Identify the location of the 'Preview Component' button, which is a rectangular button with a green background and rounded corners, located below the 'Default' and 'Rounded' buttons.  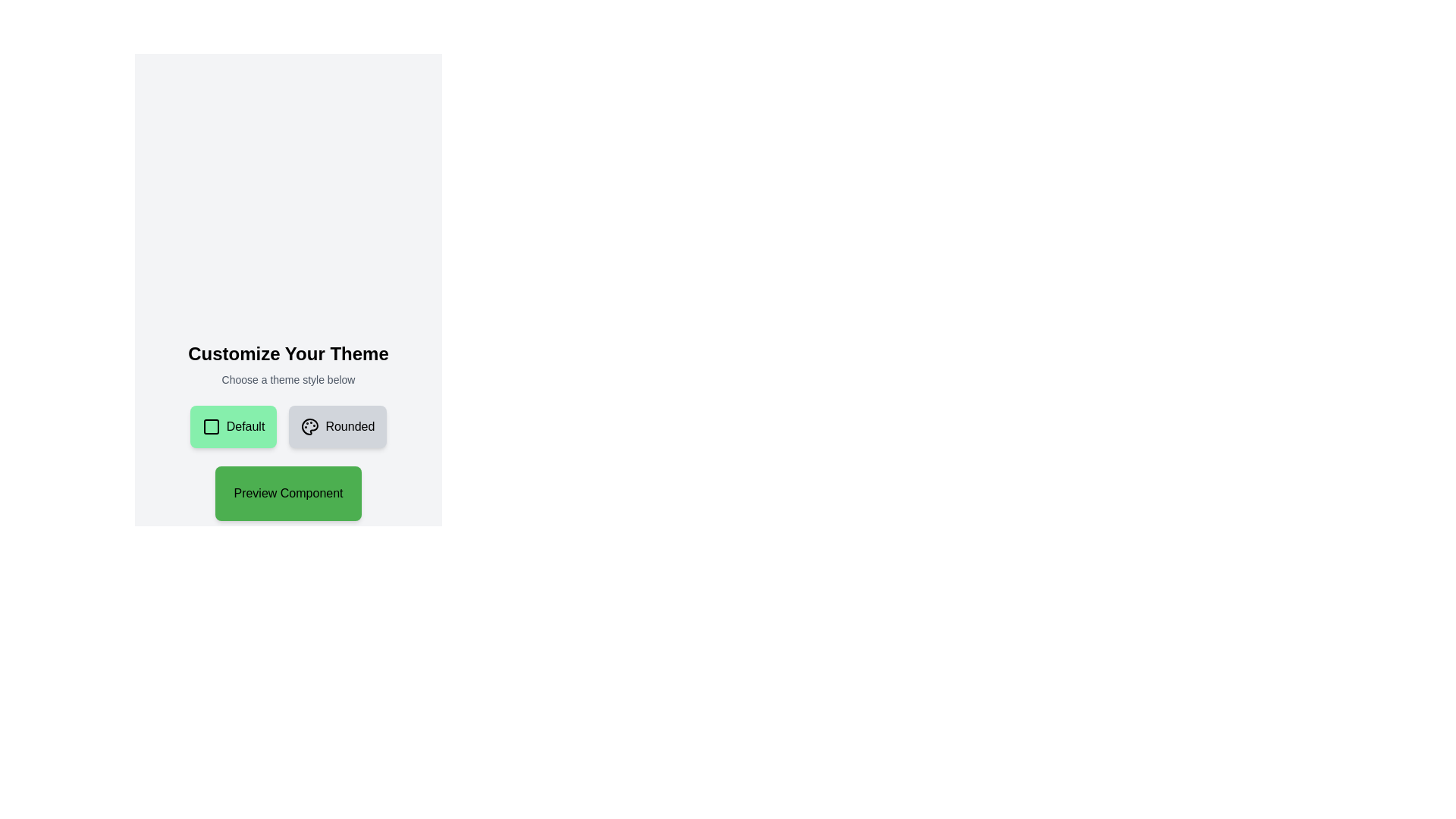
(288, 494).